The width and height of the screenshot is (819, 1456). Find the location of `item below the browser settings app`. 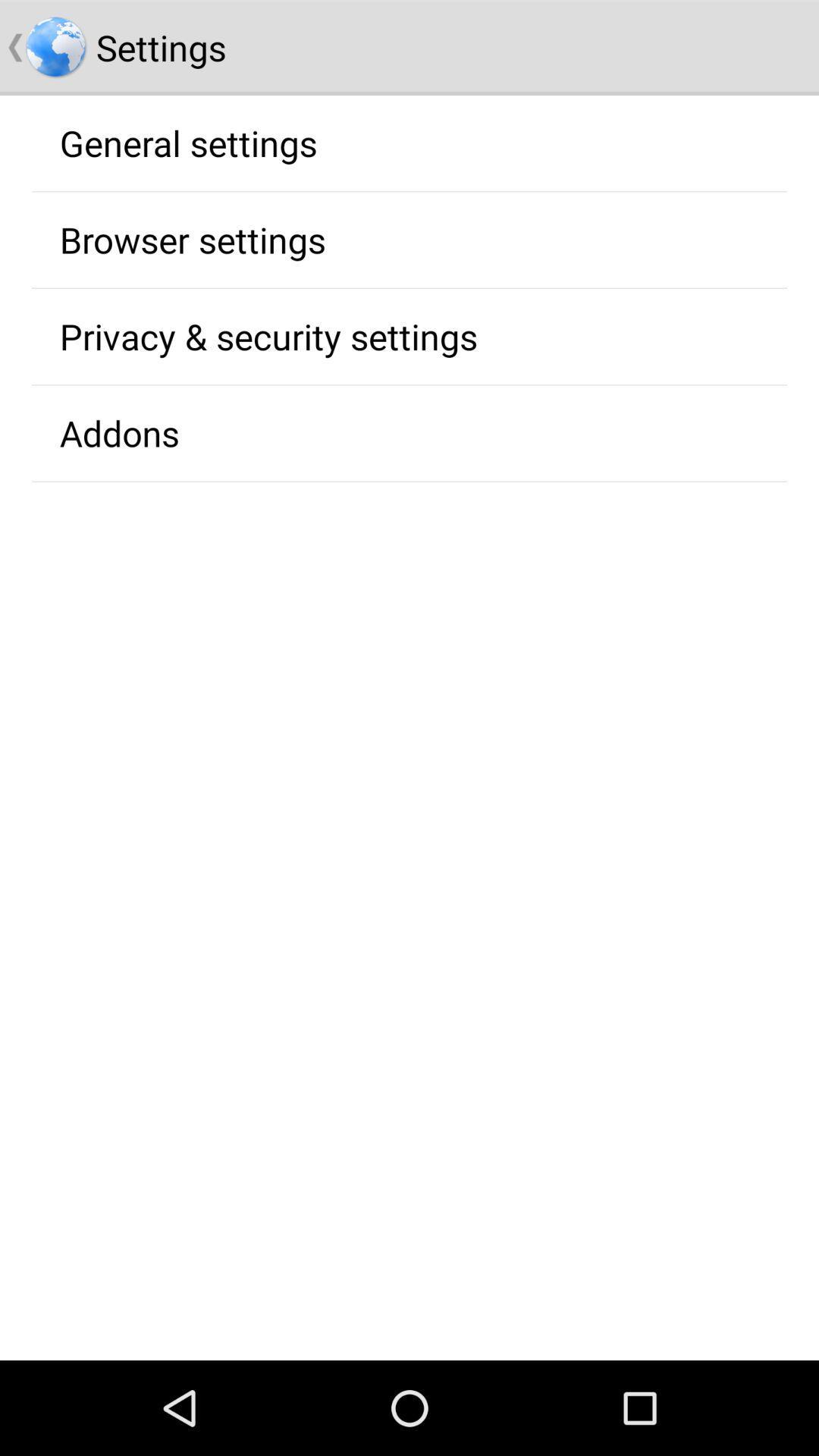

item below the browser settings app is located at coordinates (268, 335).